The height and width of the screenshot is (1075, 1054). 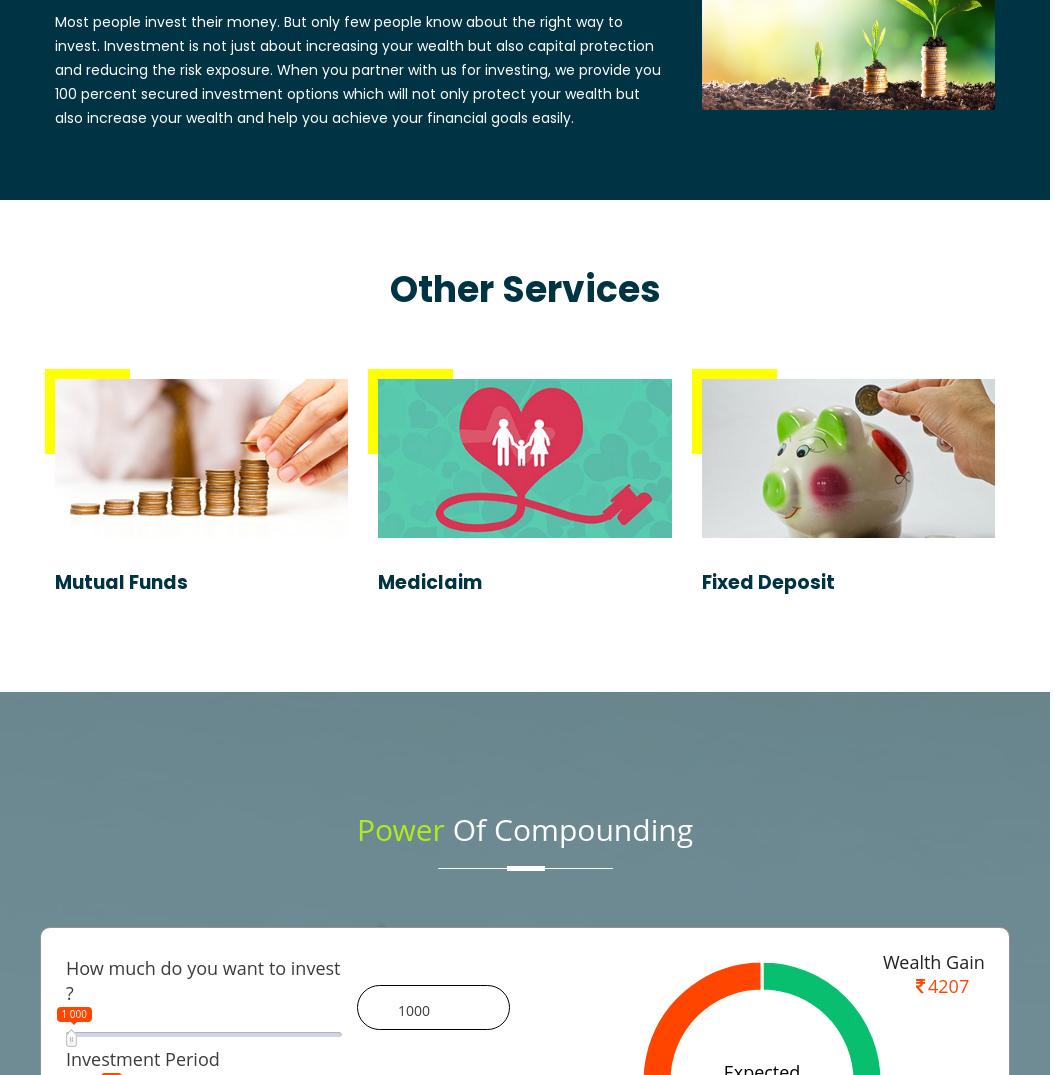 I want to click on 'Mutual Funds', so click(x=121, y=581).